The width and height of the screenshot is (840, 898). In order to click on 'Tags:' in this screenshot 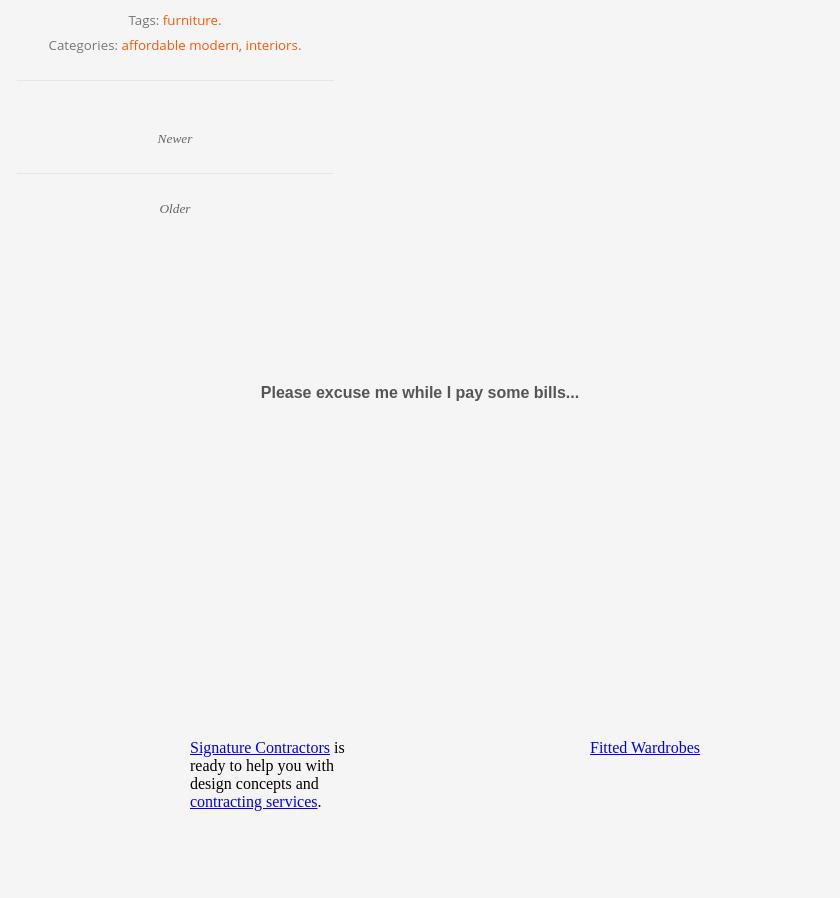, I will do `click(144, 18)`.